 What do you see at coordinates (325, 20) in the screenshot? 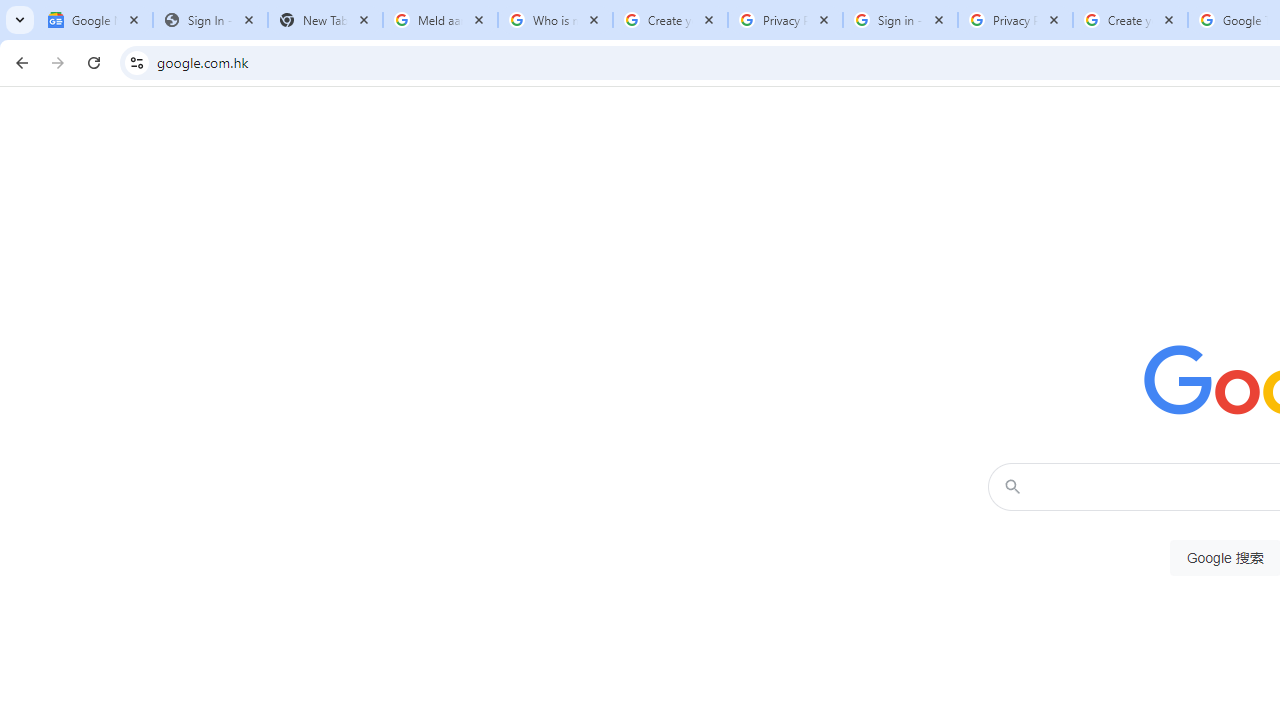
I see `'New Tab'` at bounding box center [325, 20].